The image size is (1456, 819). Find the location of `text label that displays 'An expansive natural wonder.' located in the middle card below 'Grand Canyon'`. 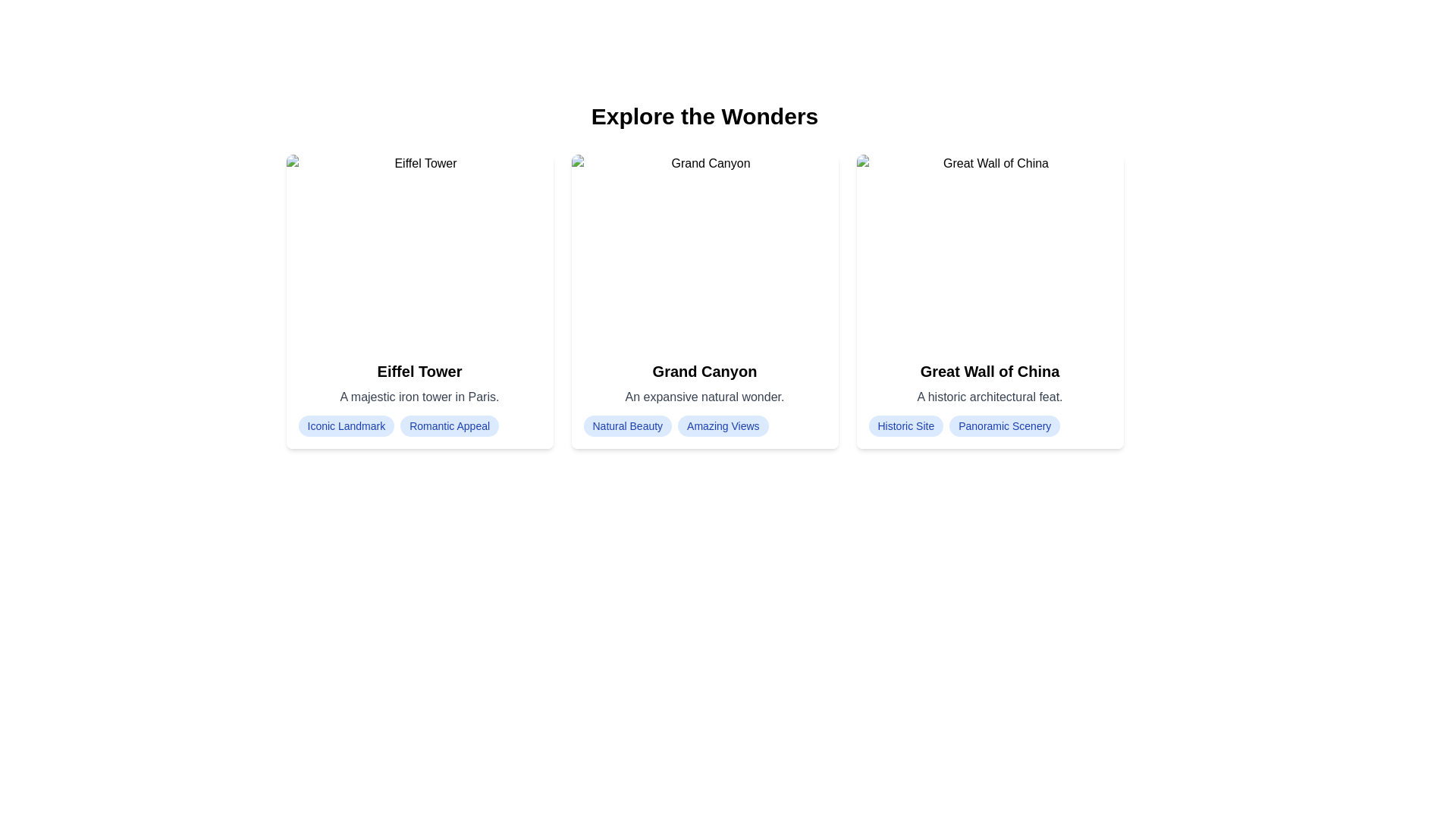

text label that displays 'An expansive natural wonder.' located in the middle card below 'Grand Canyon' is located at coordinates (704, 397).